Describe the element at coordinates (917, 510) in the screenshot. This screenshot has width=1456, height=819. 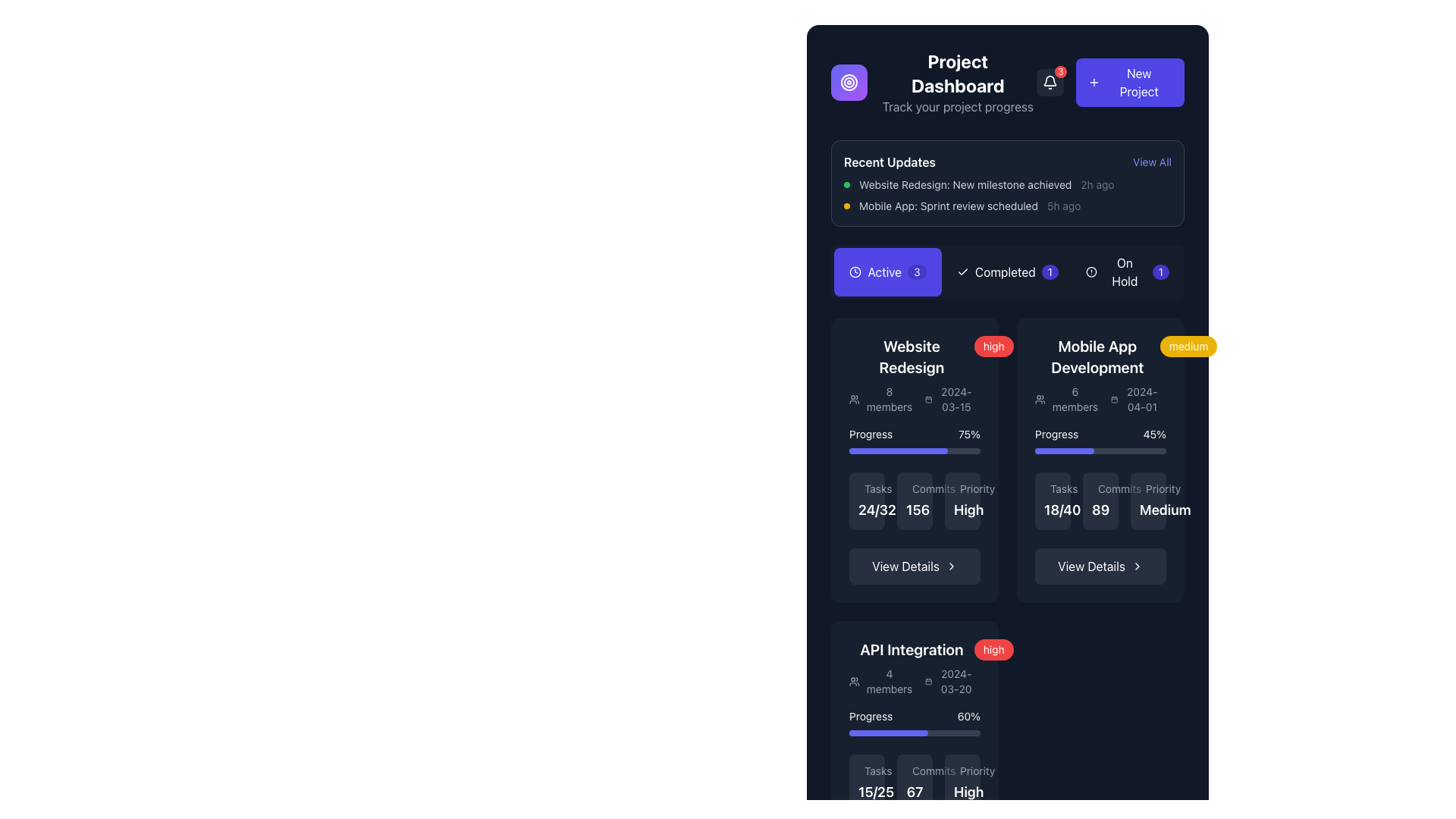
I see `the Static text label displaying the number '156' in bold, large font under the 'Commits' label in the 'Website Redesign' section` at that location.